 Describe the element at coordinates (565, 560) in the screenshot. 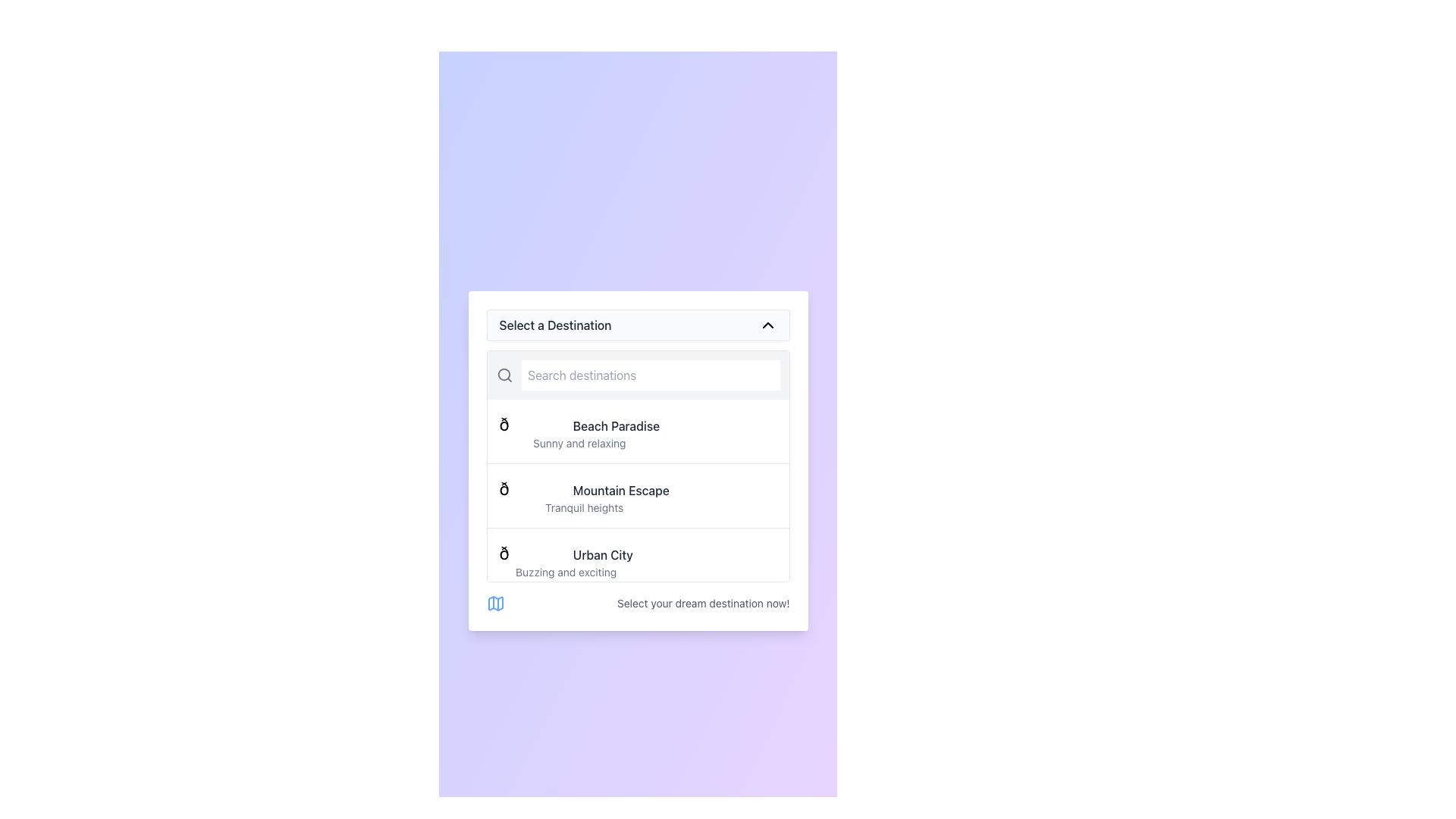

I see `the list item entry displaying 'Urban City' with the subtitle 'Buzzing and exciting'` at that location.